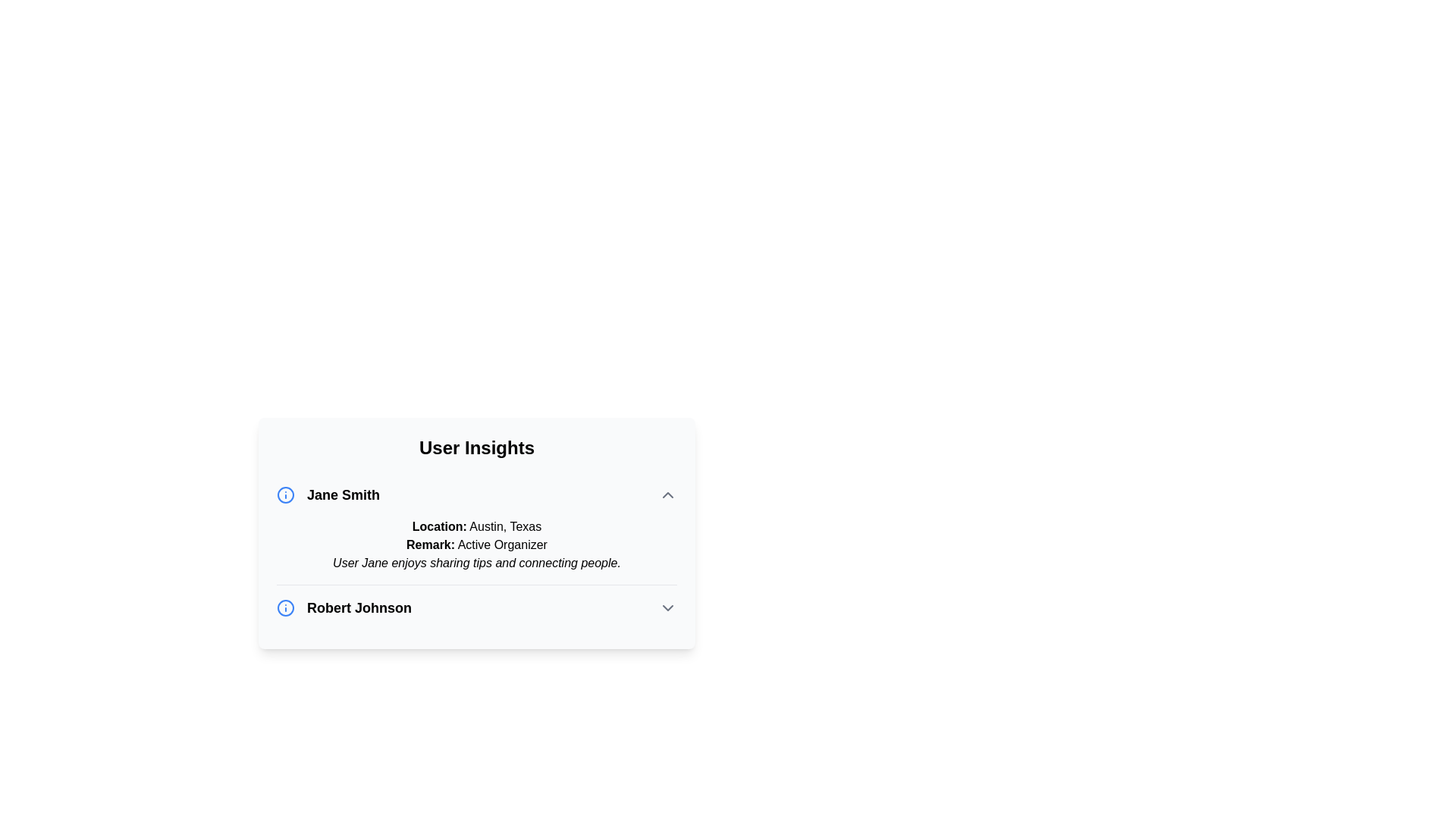 This screenshot has width=1456, height=819. What do you see at coordinates (327, 494) in the screenshot?
I see `the 'Jane Smith' text label, which is styled with a bold font and is positioned to the right of a blue circular icon with an 'i'` at bounding box center [327, 494].